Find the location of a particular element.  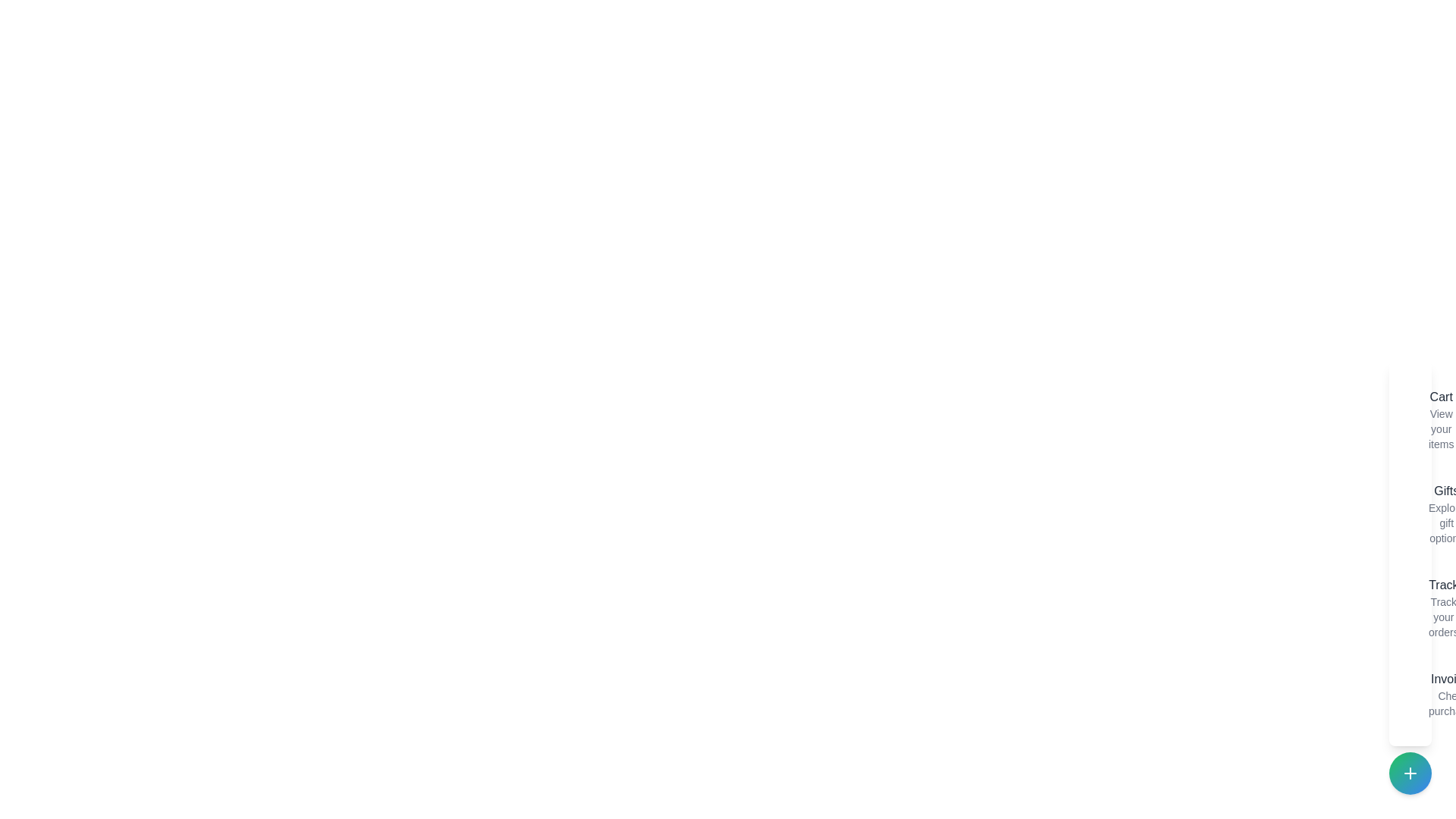

the option Gifts from the menu is located at coordinates (1415, 513).